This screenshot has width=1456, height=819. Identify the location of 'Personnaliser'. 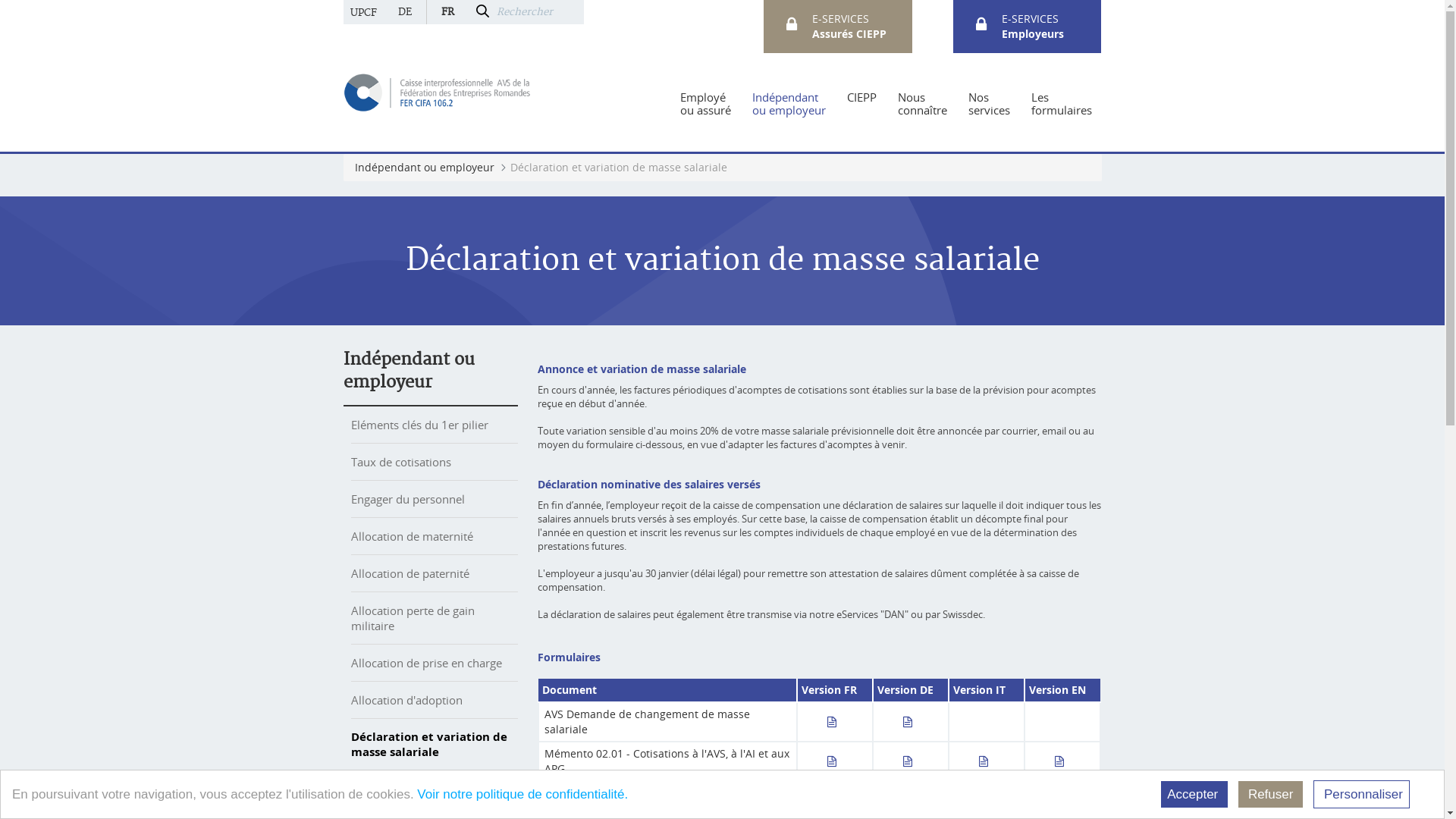
(1361, 793).